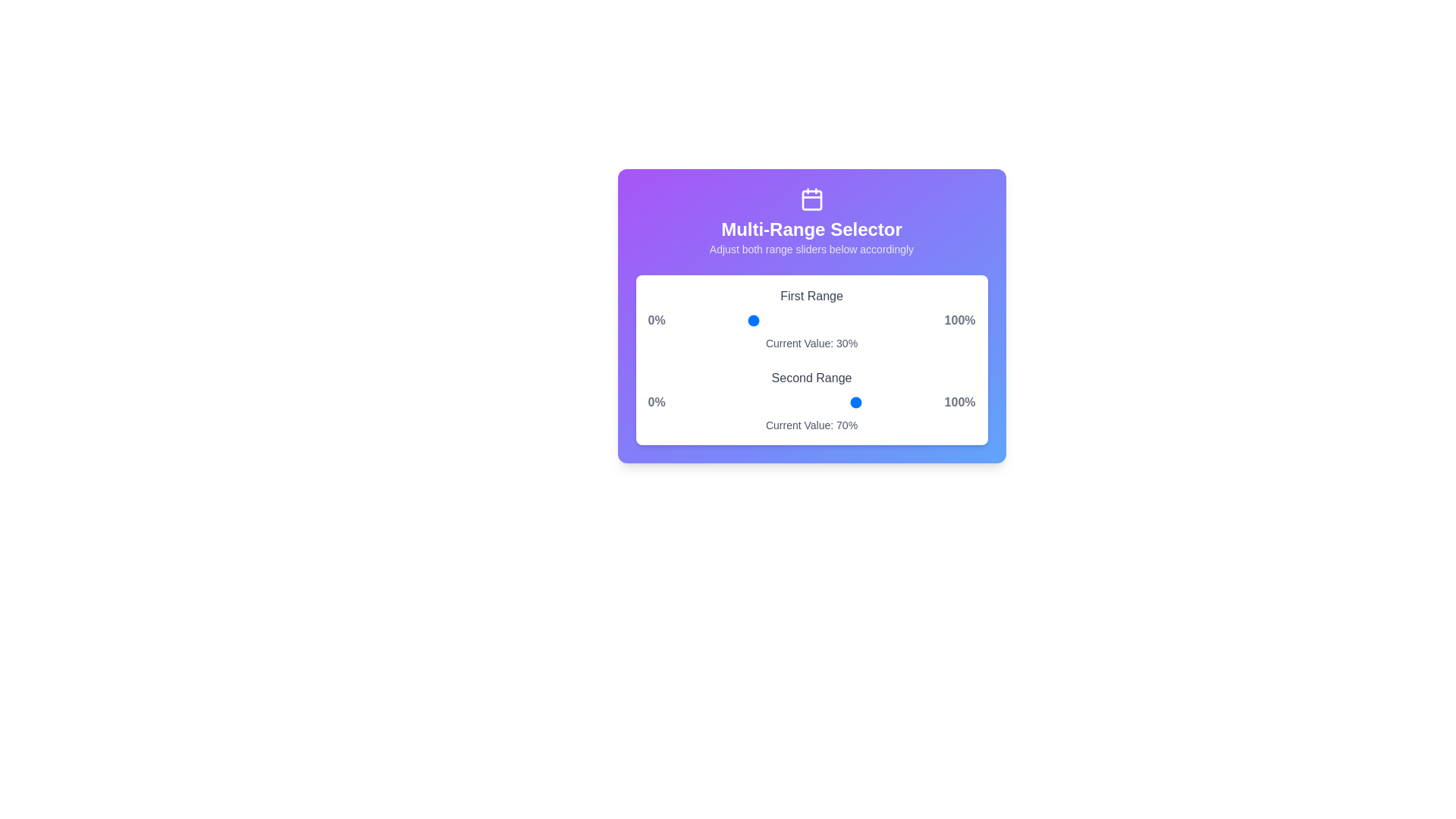 This screenshot has width=1456, height=819. I want to click on the range slider with a gradient background, located between '0%' and '100%', so click(804, 320).